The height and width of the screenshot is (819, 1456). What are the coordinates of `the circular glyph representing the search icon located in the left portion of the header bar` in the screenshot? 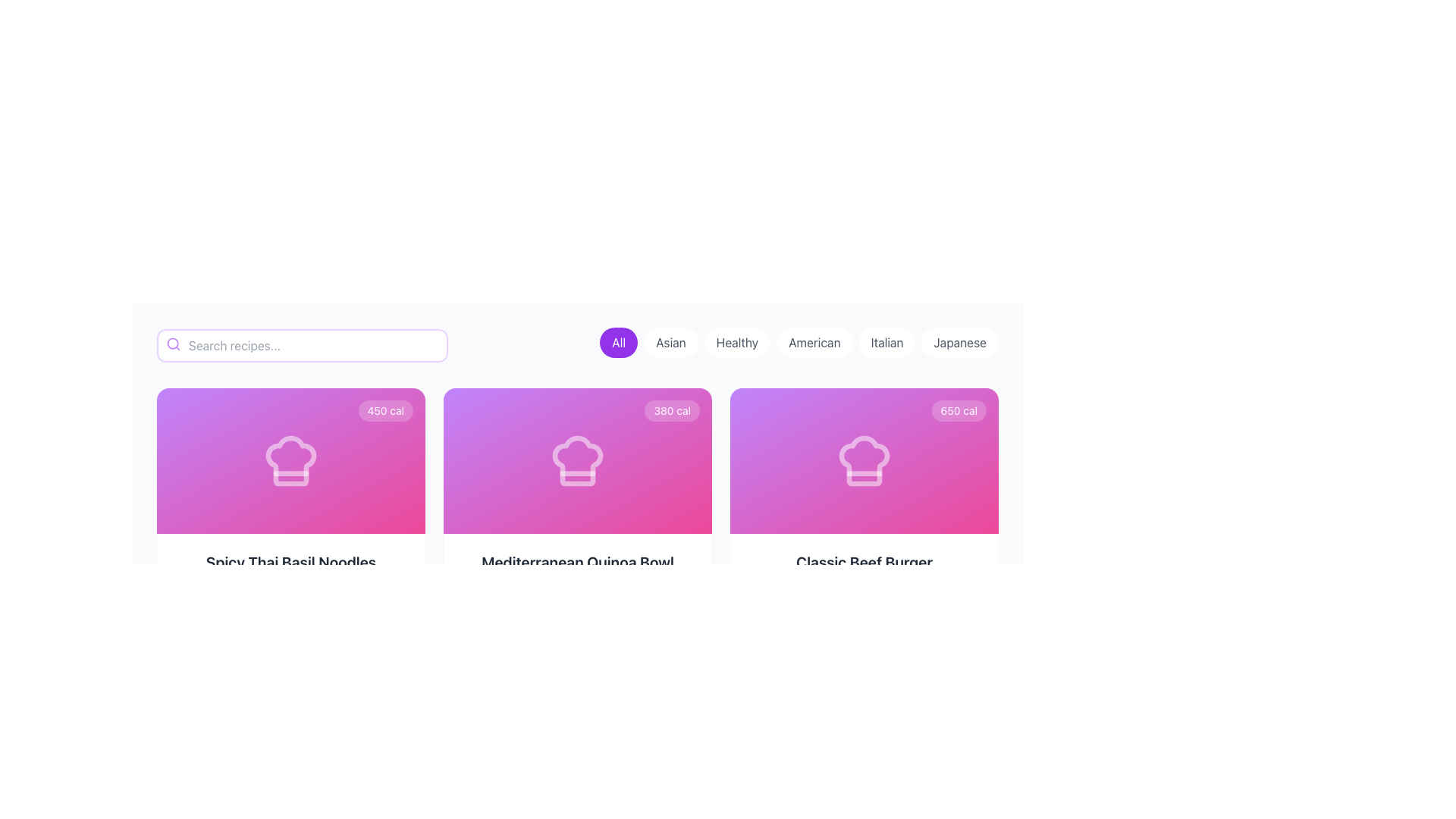 It's located at (173, 344).